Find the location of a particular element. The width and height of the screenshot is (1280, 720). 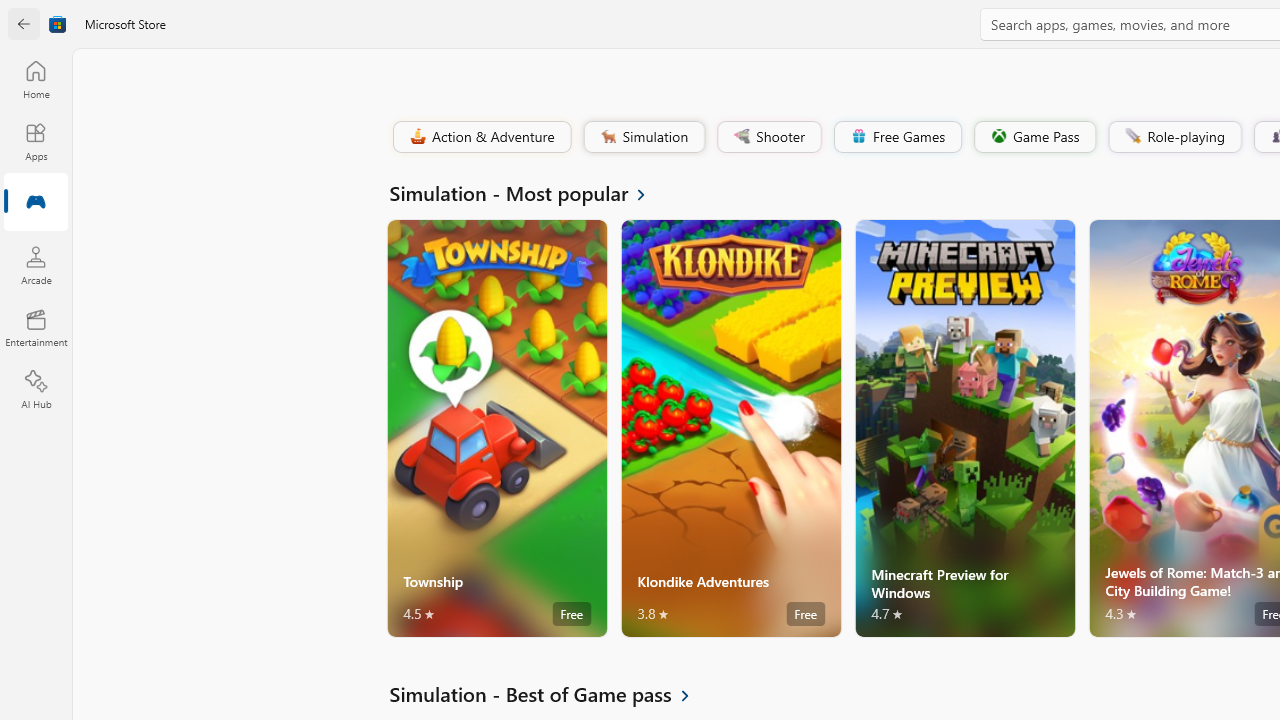

'Back' is located at coordinates (24, 24).